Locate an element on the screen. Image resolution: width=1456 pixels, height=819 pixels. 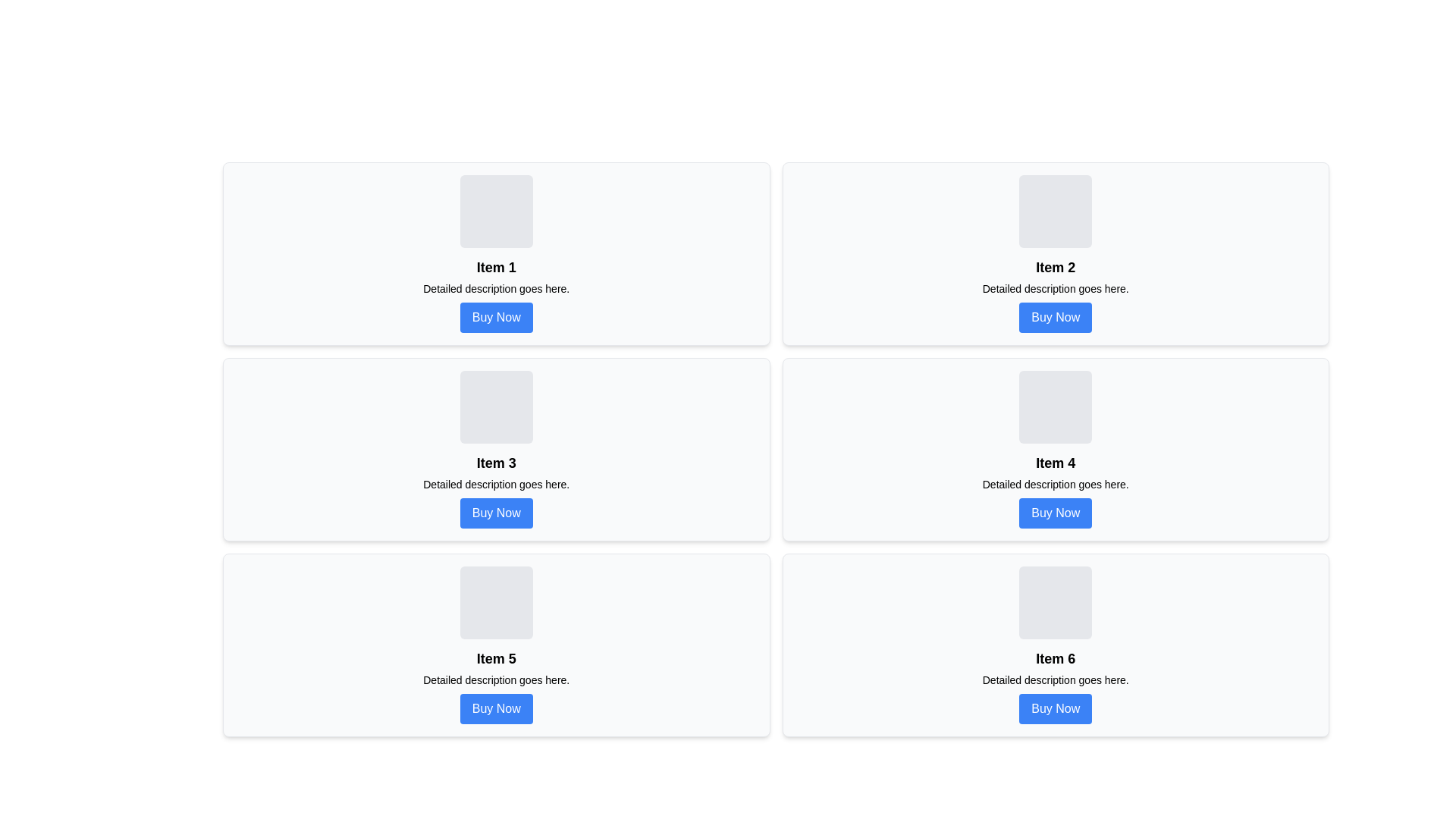
the purchase button located in the panel for 'Item 2', positioned below its descriptive text, to initiate a purchase is located at coordinates (1055, 317).